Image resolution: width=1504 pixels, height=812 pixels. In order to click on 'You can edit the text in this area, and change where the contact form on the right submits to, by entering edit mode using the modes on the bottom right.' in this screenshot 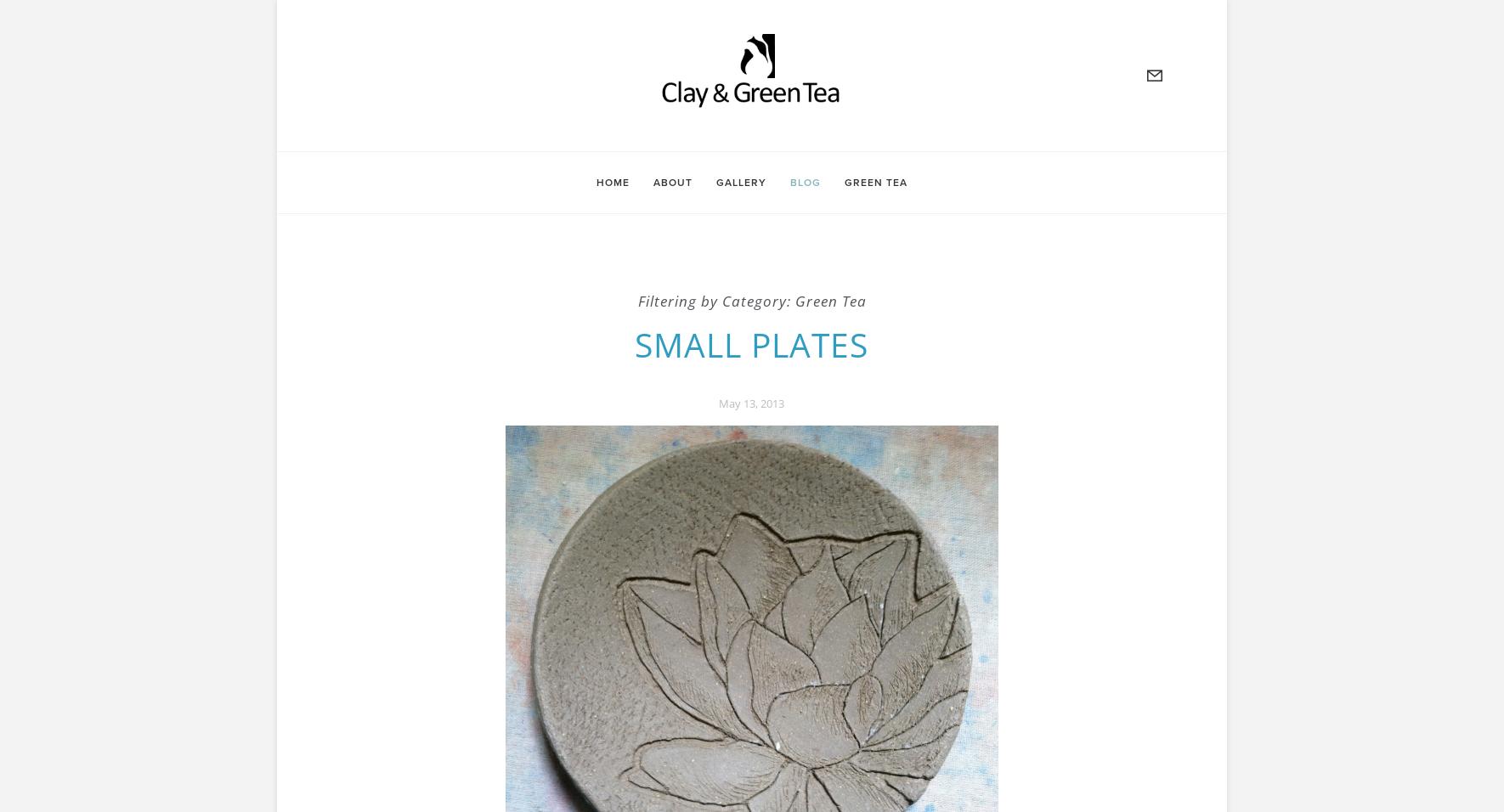, I will do `click(340, 251)`.